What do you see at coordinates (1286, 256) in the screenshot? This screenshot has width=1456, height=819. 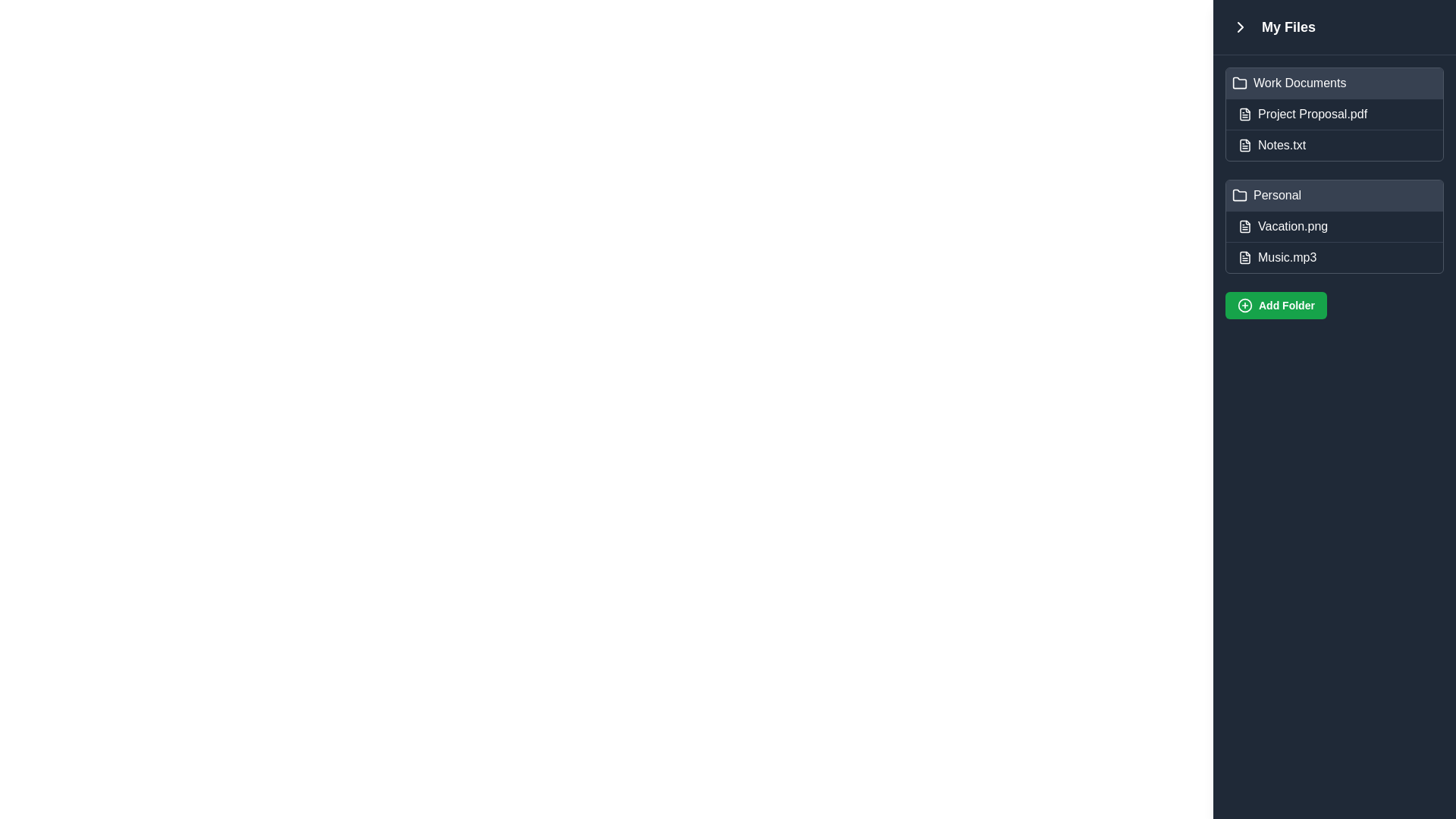 I see `the text label representing the file 'Music.mp3' located under the 'Personal' folder, specifically the second item` at bounding box center [1286, 256].